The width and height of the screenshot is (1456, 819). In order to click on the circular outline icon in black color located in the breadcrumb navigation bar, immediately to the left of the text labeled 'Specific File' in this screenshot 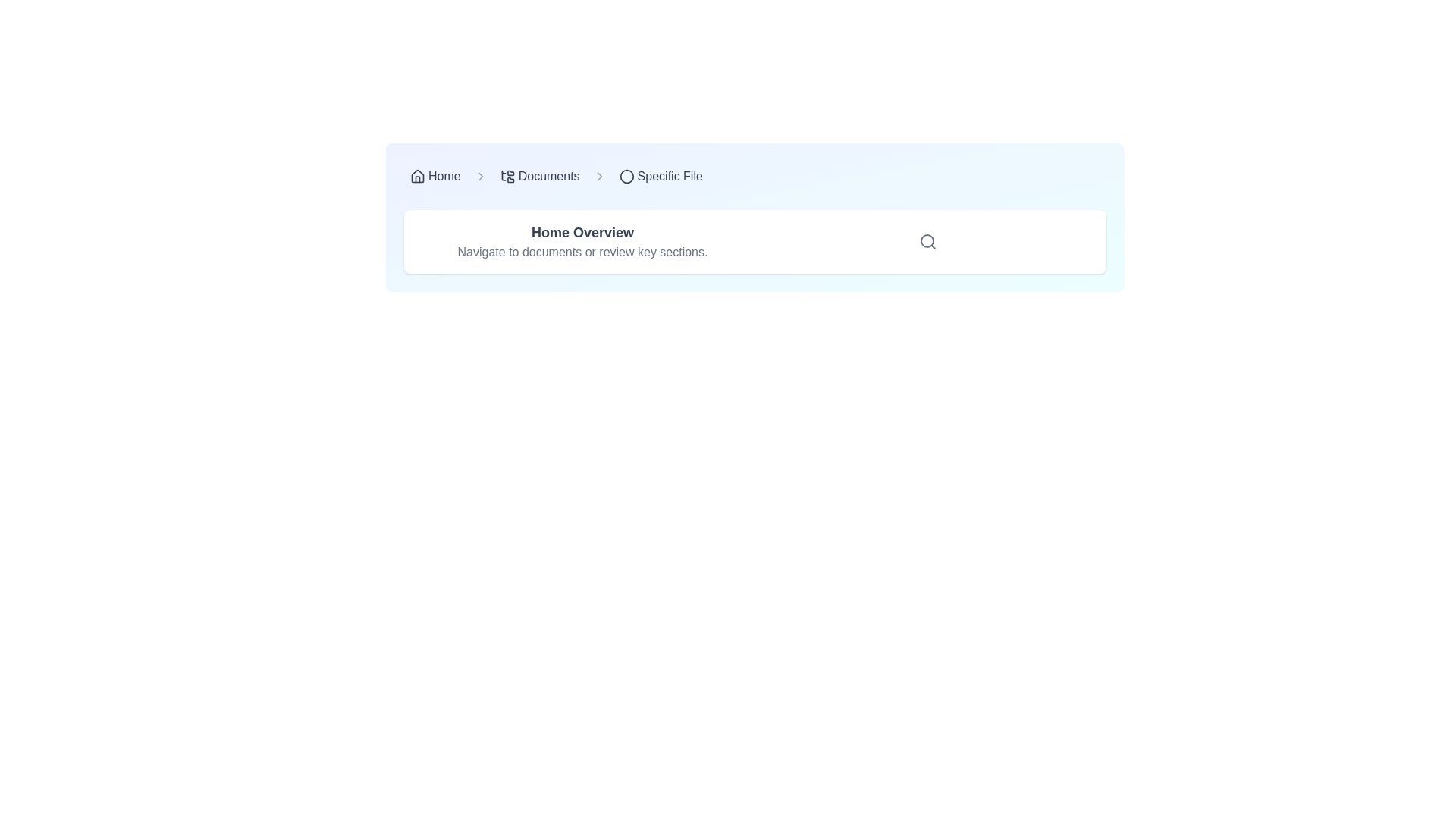, I will do `click(626, 175)`.